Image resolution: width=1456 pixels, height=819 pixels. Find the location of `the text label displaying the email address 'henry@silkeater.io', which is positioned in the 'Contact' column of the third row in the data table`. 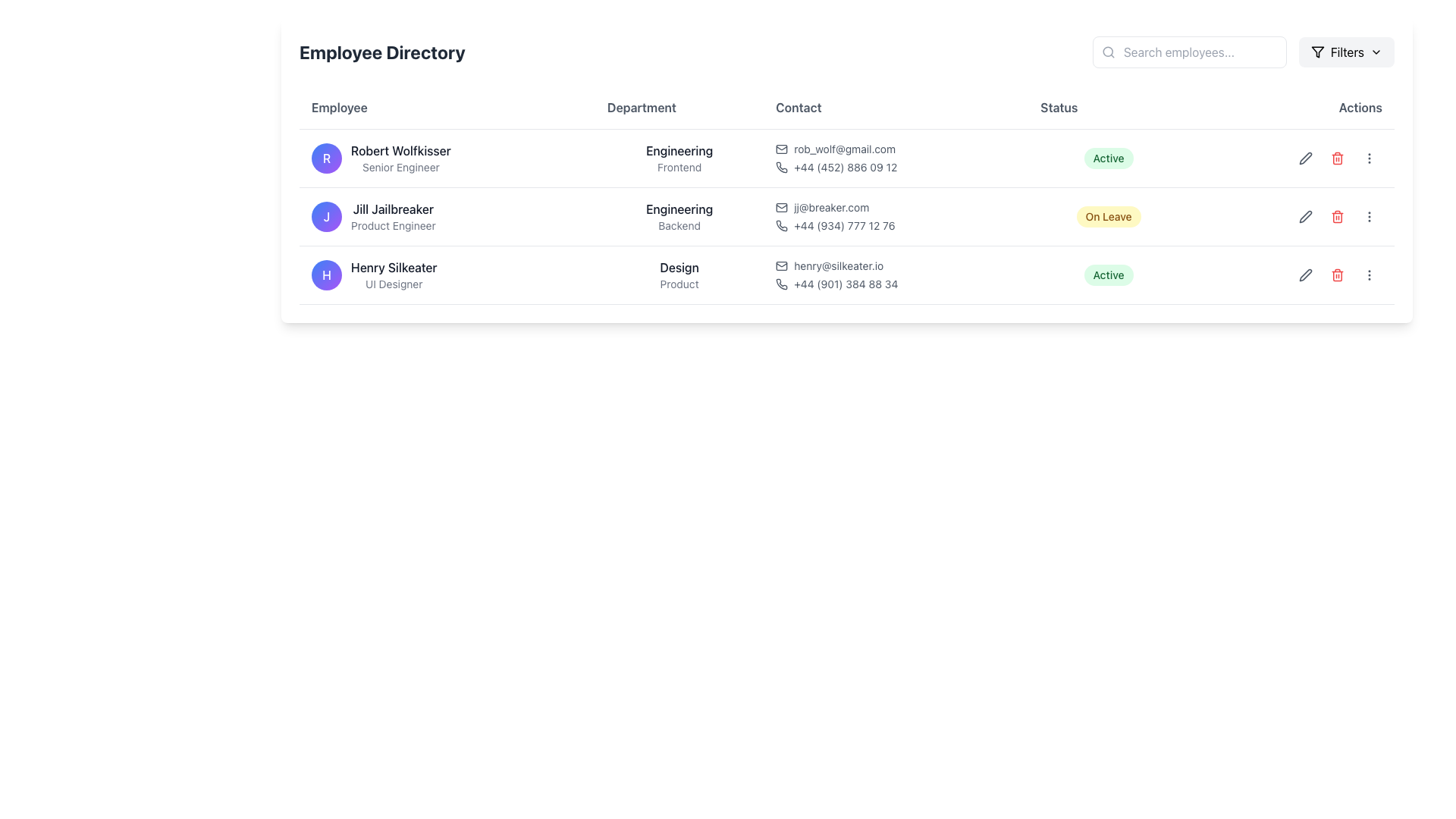

the text label displaying the email address 'henry@silkeater.io', which is positioned in the 'Contact' column of the third row in the data table is located at coordinates (838, 265).